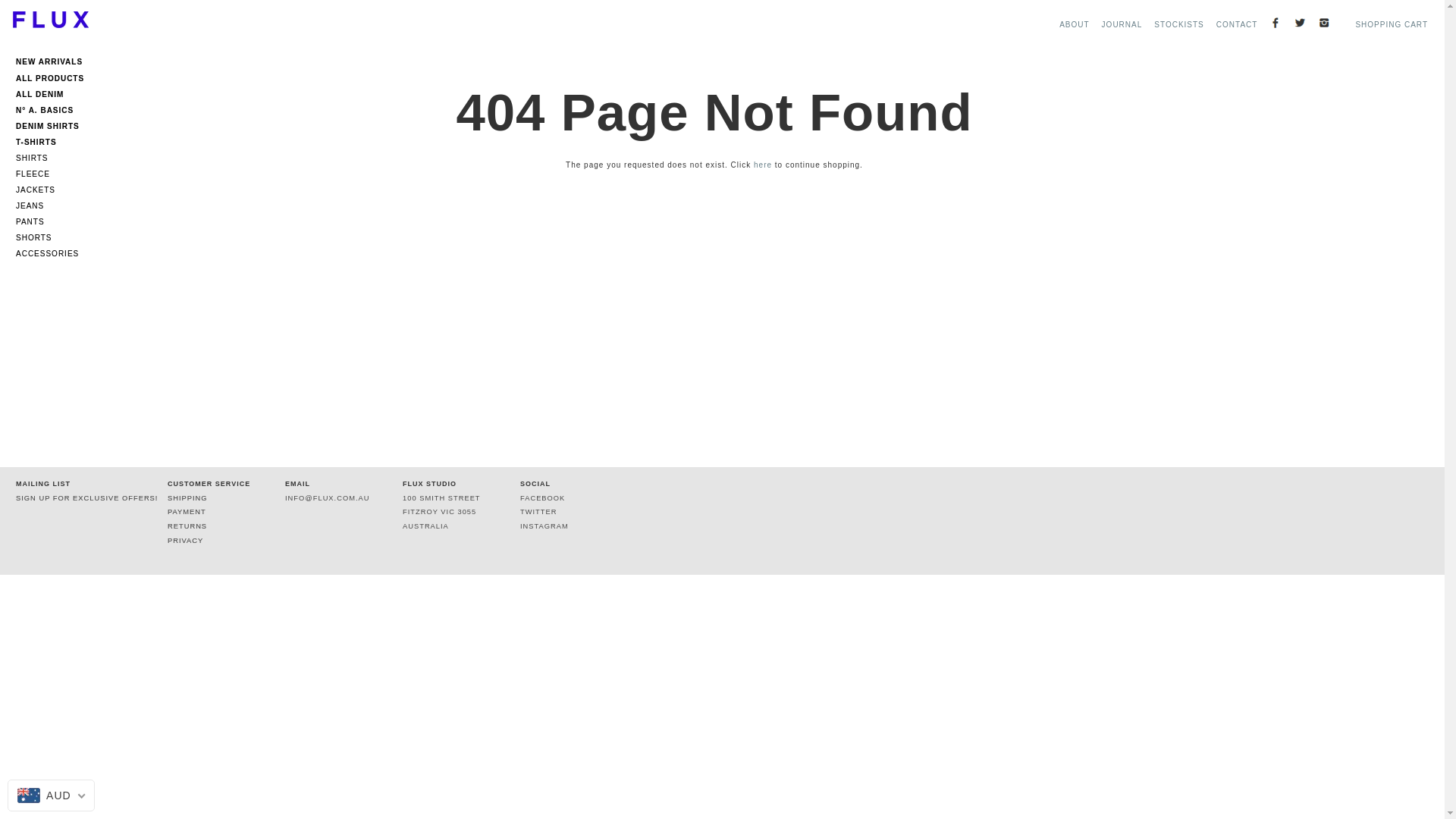 Image resolution: width=1456 pixels, height=819 pixels. What do you see at coordinates (86, 497) in the screenshot?
I see `'SIGN UP FOR EXCLUSIVE OFFERS!'` at bounding box center [86, 497].